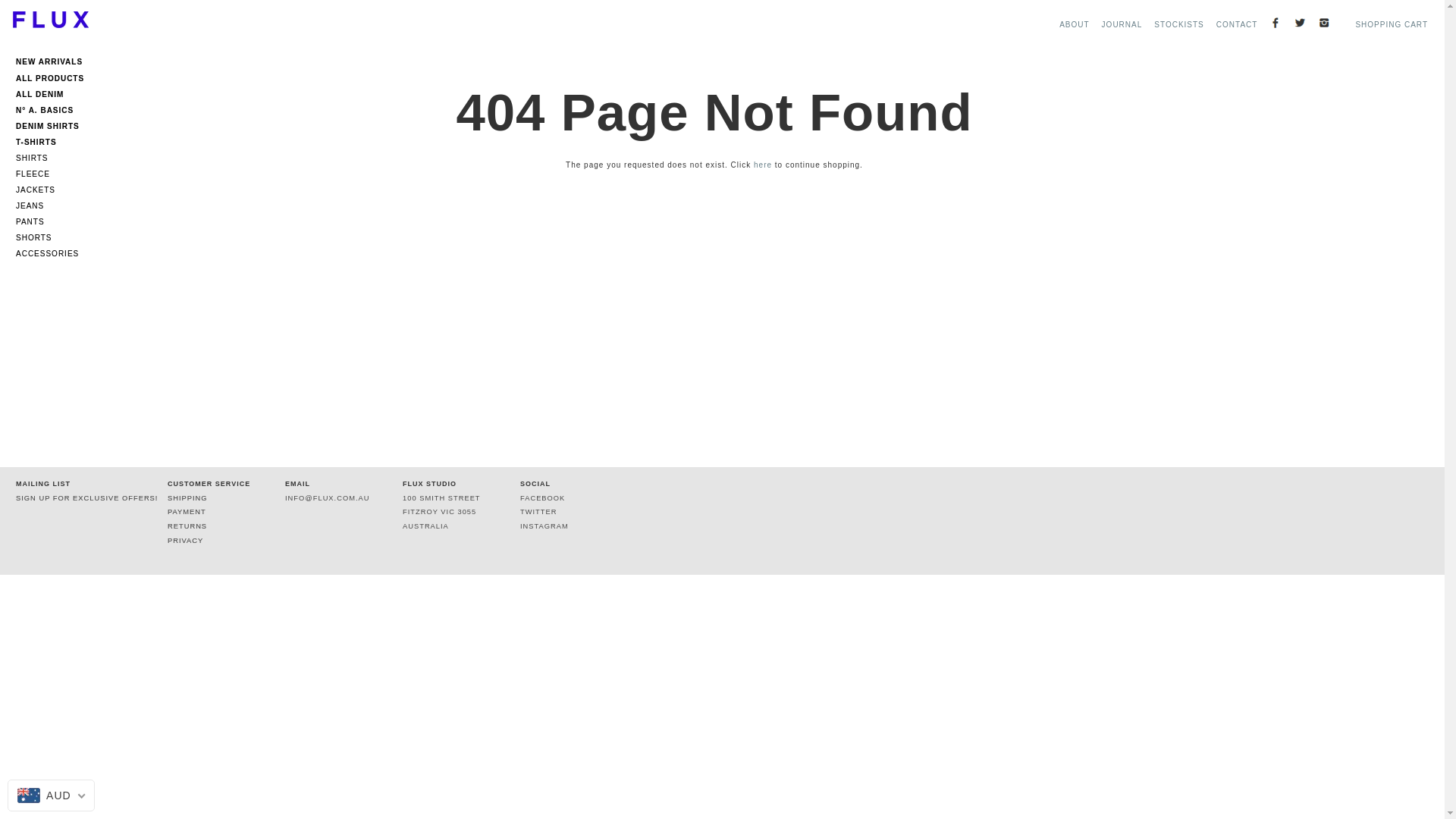 Image resolution: width=1456 pixels, height=819 pixels. What do you see at coordinates (86, 497) in the screenshot?
I see `'SIGN UP FOR EXCLUSIVE OFFERS!'` at bounding box center [86, 497].